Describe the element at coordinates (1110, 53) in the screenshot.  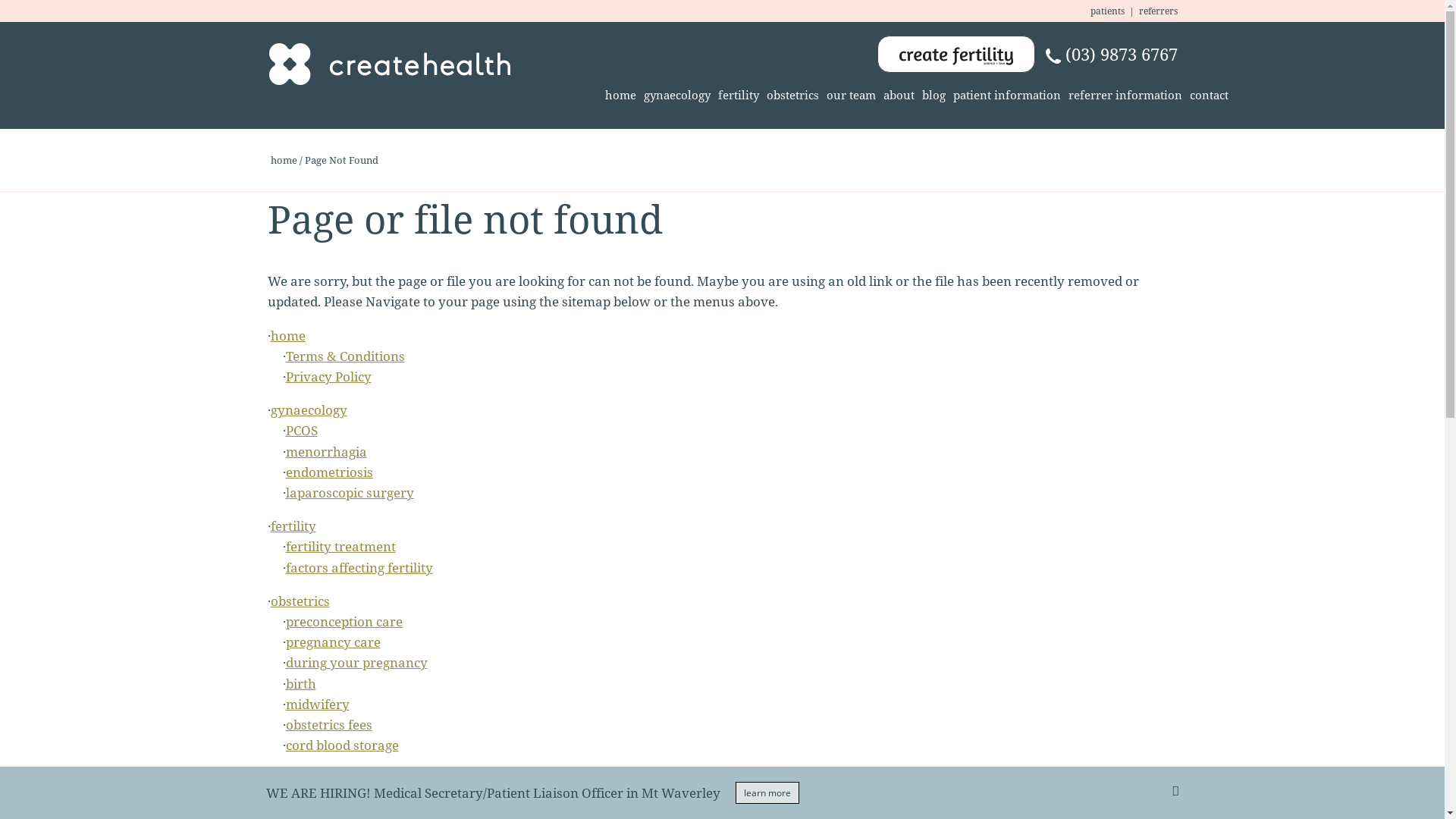
I see `'(03) 9873 6767'` at that location.